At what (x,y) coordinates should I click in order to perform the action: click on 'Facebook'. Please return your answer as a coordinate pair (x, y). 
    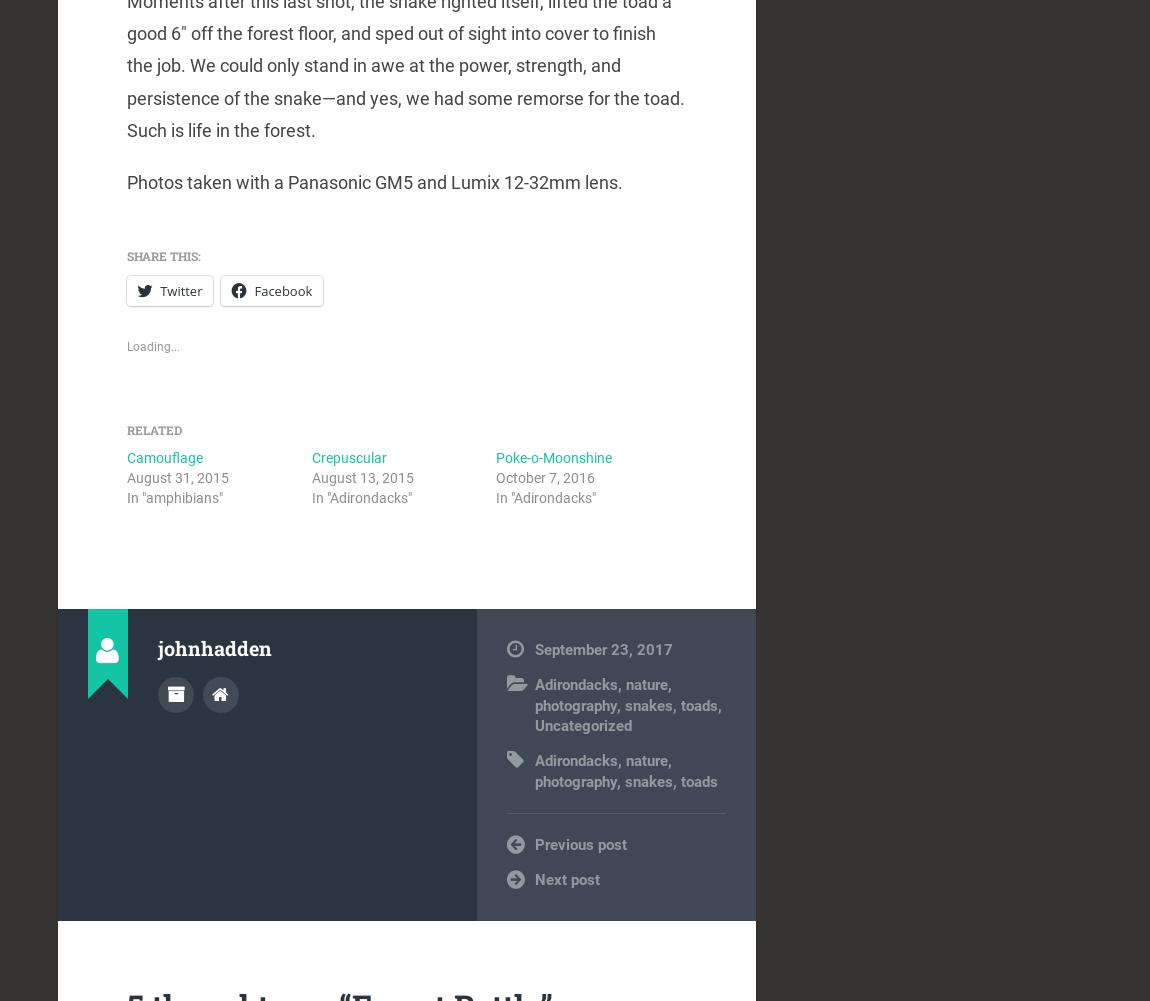
    Looking at the image, I should click on (282, 290).